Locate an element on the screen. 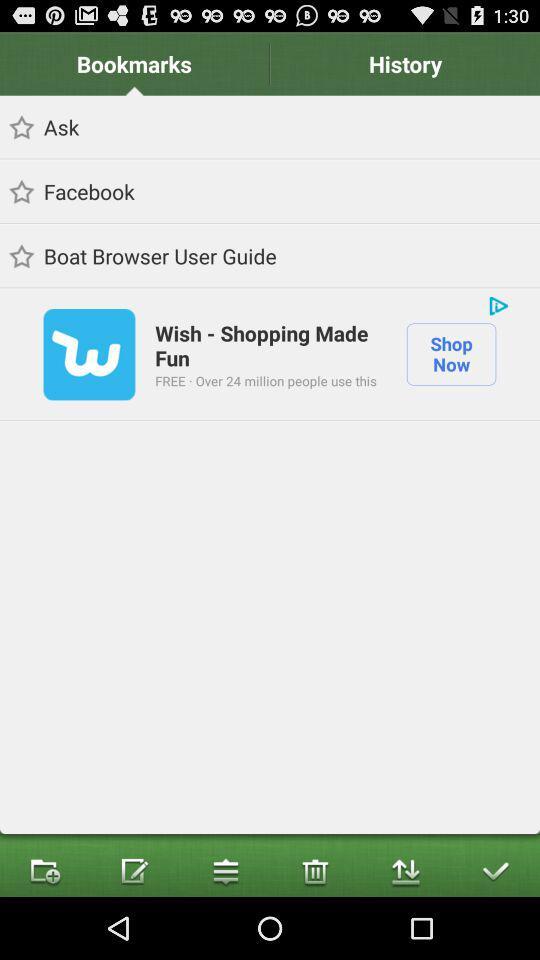  the icon to the left of shop now app is located at coordinates (266, 379).